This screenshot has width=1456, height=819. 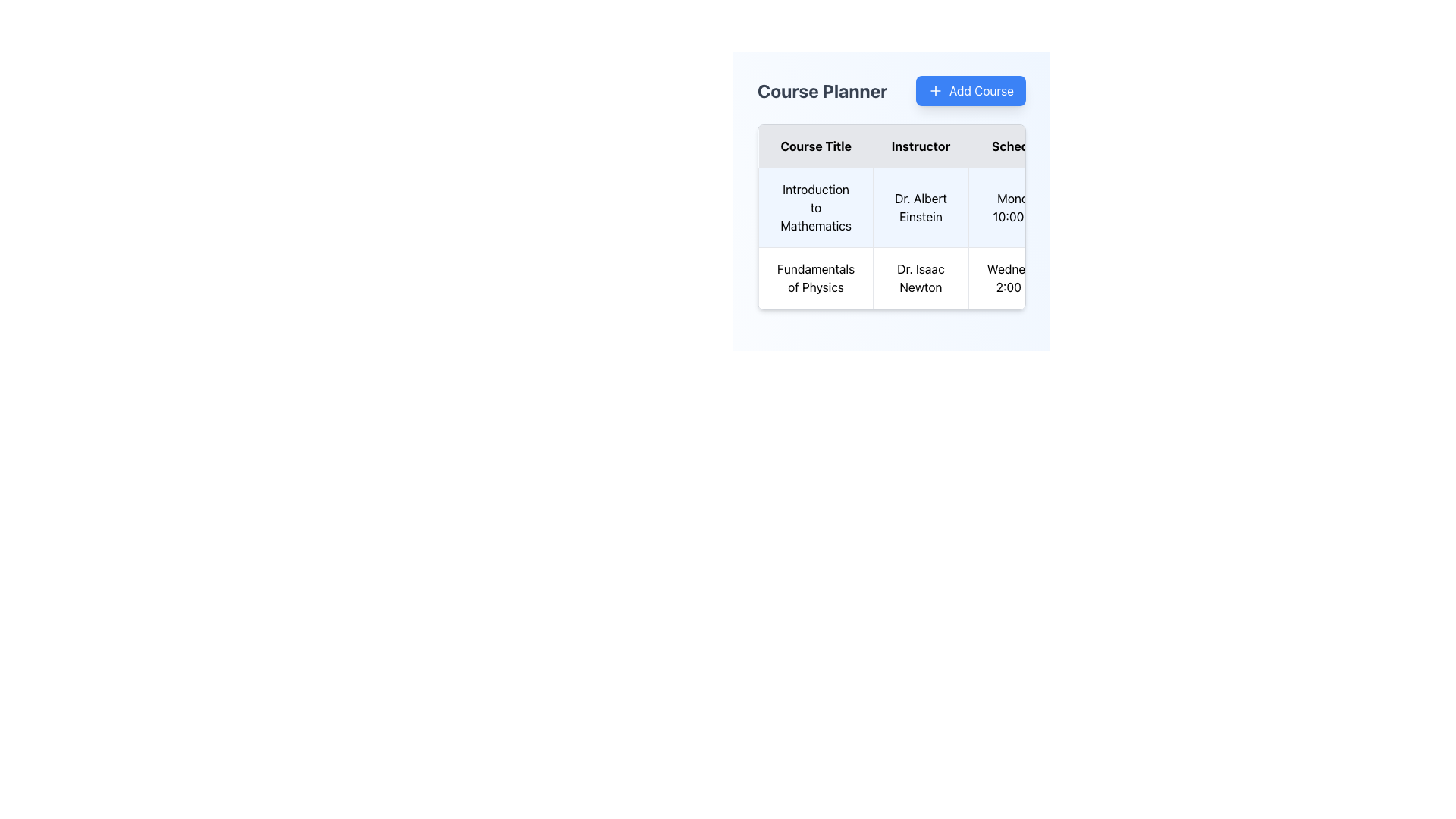 What do you see at coordinates (1019, 207) in the screenshot?
I see `the table cell displaying the scheduled time for the 'Introduction to Mathematics' course, located in the 'Schedule' column of the table` at bounding box center [1019, 207].